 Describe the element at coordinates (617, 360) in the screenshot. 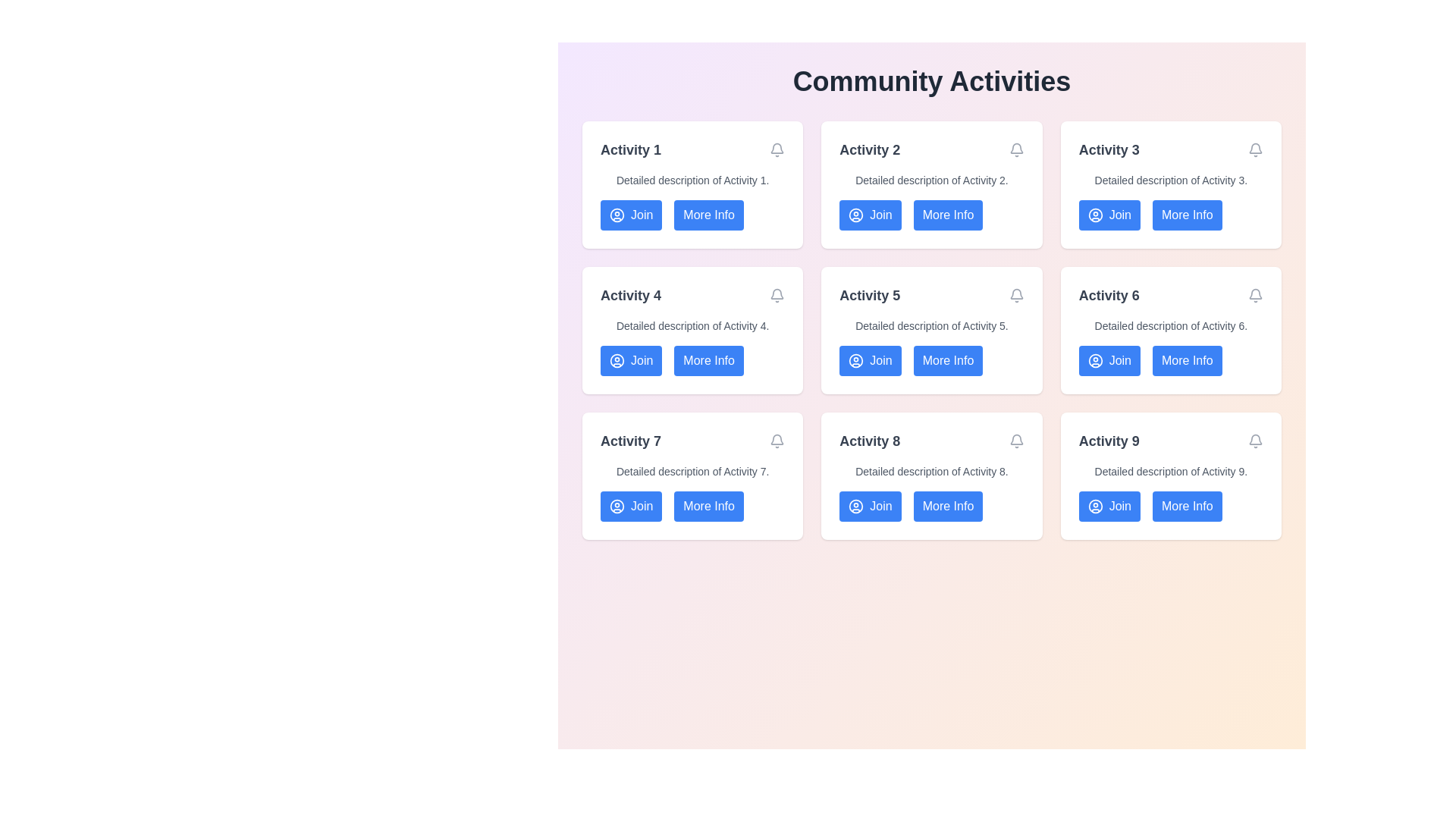

I see `the graphic icon representing the 'Join' action, which is located inside the 'Join' button of the 'Activity 4' card in the grid layout` at that location.